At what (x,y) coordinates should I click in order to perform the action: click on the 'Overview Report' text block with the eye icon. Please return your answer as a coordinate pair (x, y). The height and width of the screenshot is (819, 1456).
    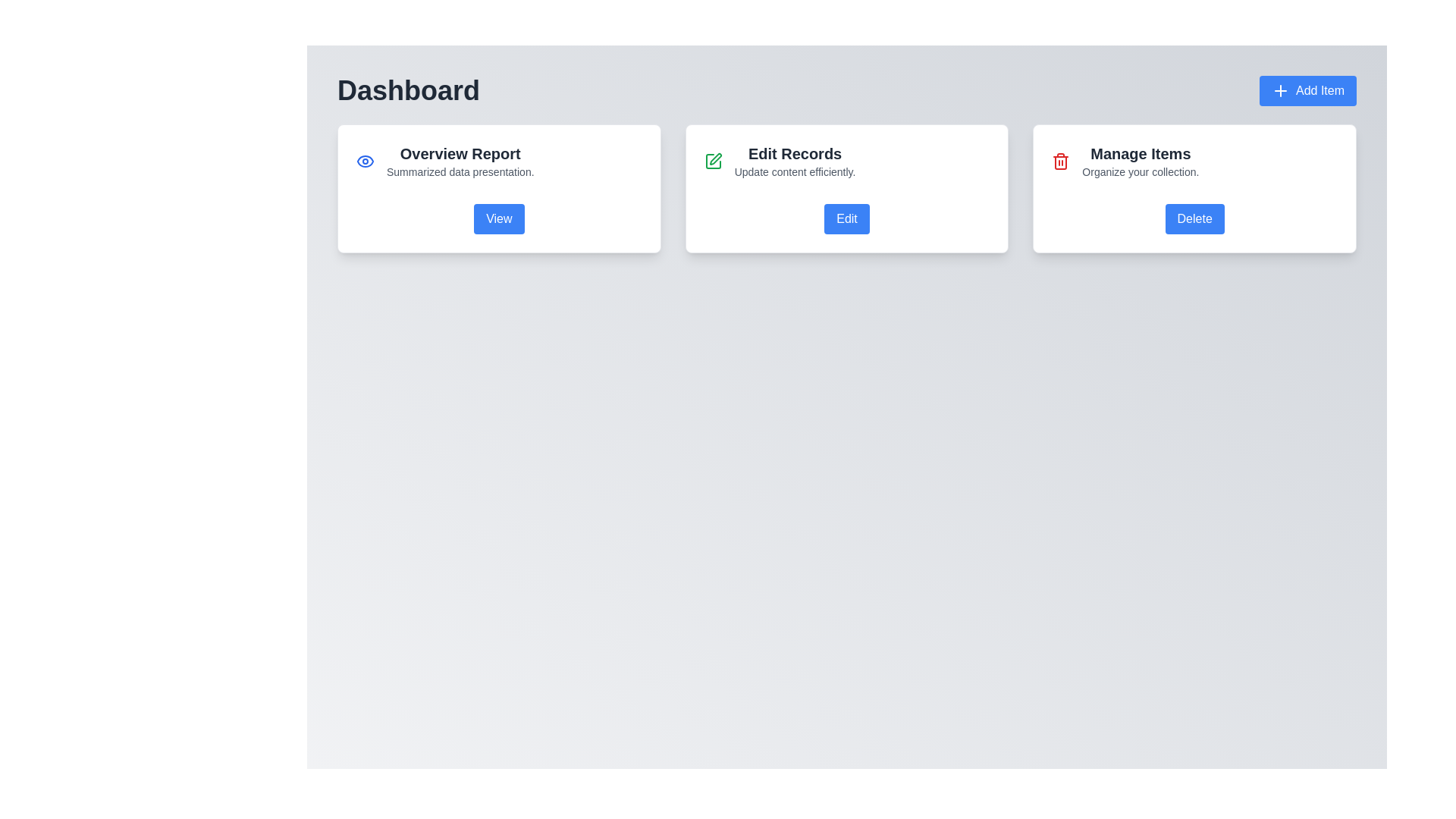
    Looking at the image, I should click on (499, 161).